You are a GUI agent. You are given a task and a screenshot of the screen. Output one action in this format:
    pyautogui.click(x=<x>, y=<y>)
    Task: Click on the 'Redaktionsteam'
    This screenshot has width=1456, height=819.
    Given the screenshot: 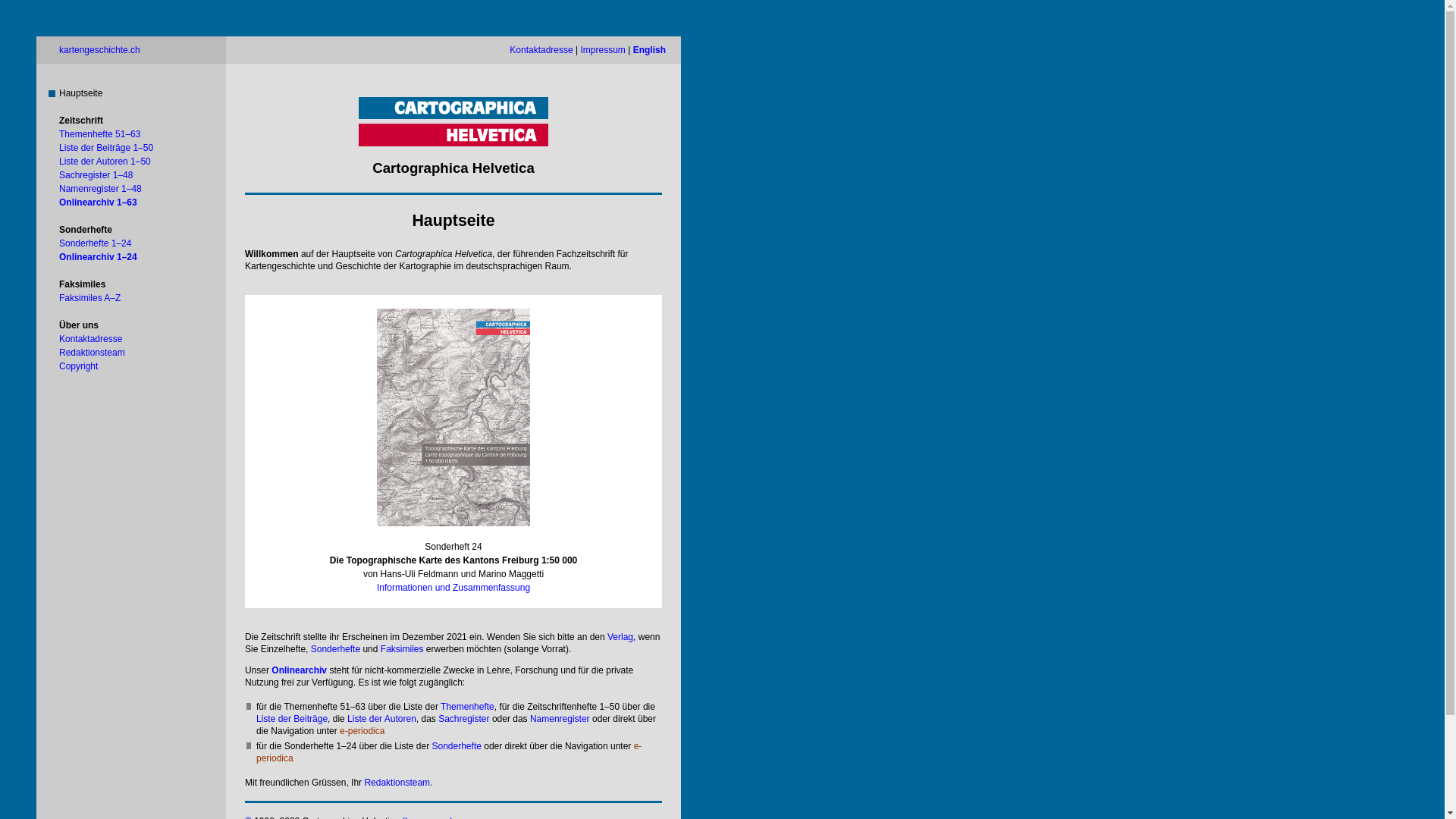 What is the action you would take?
    pyautogui.click(x=397, y=783)
    